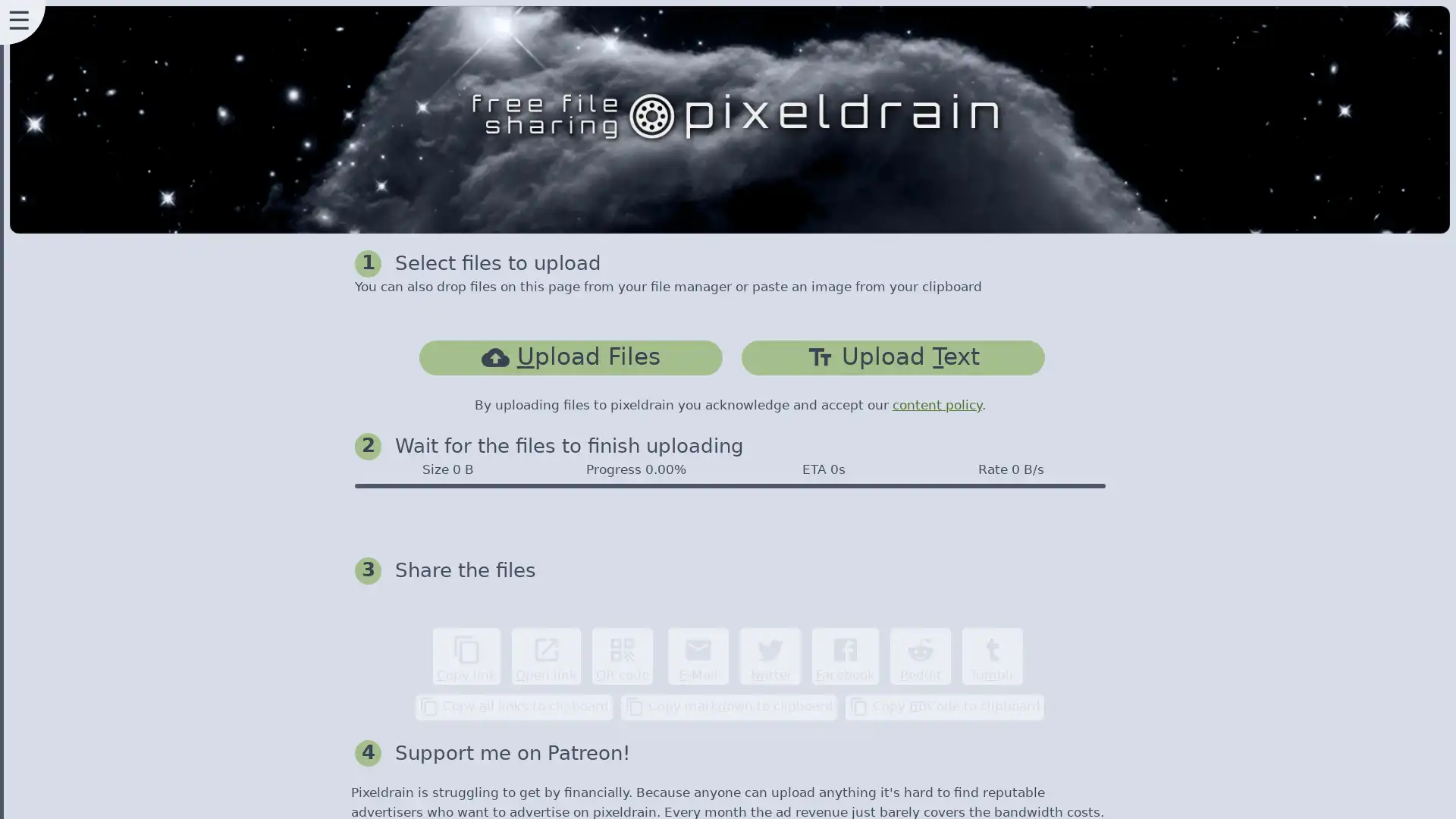  What do you see at coordinates (676, 357) in the screenshot?
I see `cloud_uploadUpload Files` at bounding box center [676, 357].